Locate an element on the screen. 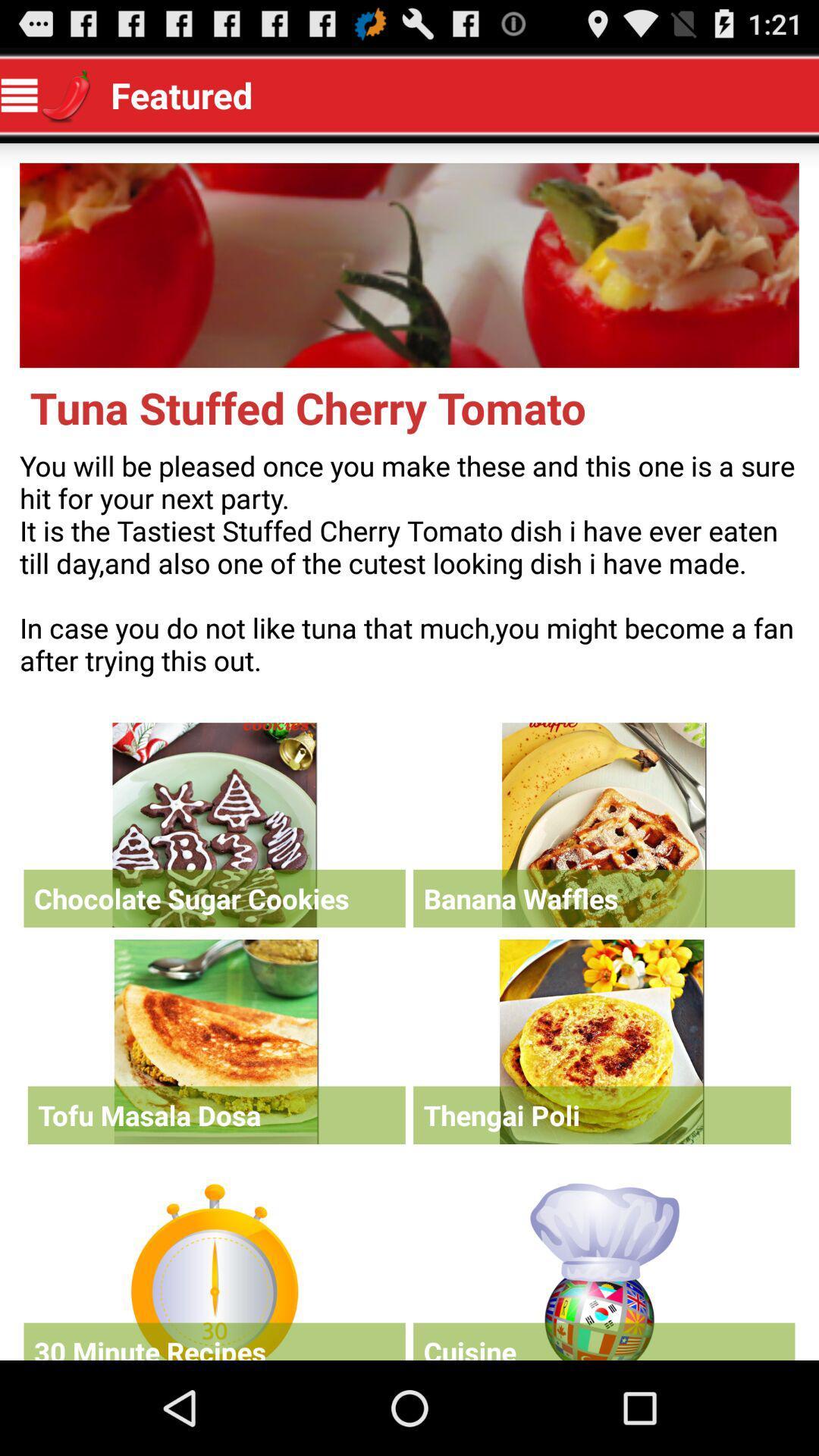 This screenshot has height=1456, width=819. banana waffles is located at coordinates (603, 824).